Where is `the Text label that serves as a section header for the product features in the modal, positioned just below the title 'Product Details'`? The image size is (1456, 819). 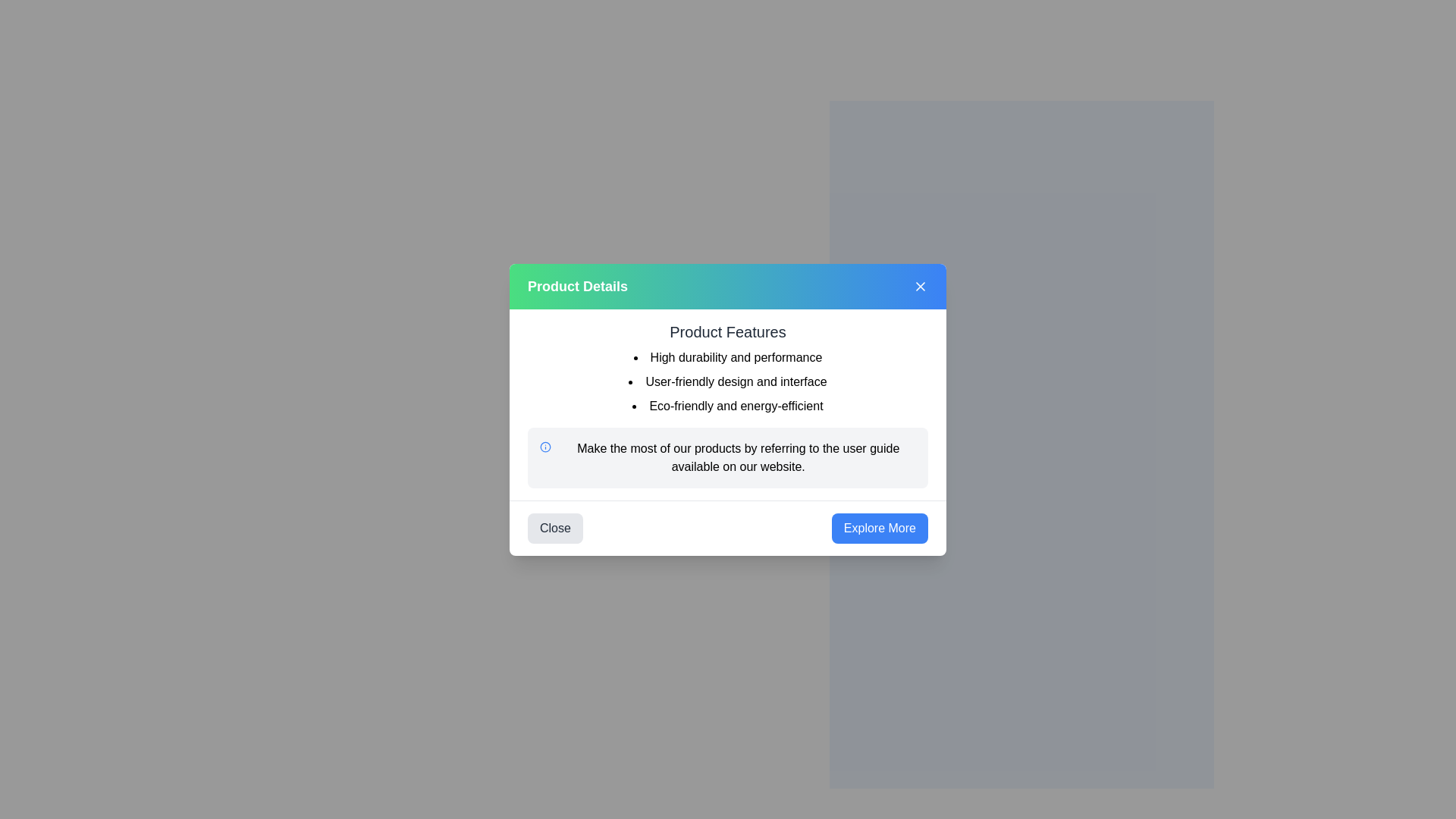
the Text label that serves as a section header for the product features in the modal, positioned just below the title 'Product Details' is located at coordinates (728, 330).